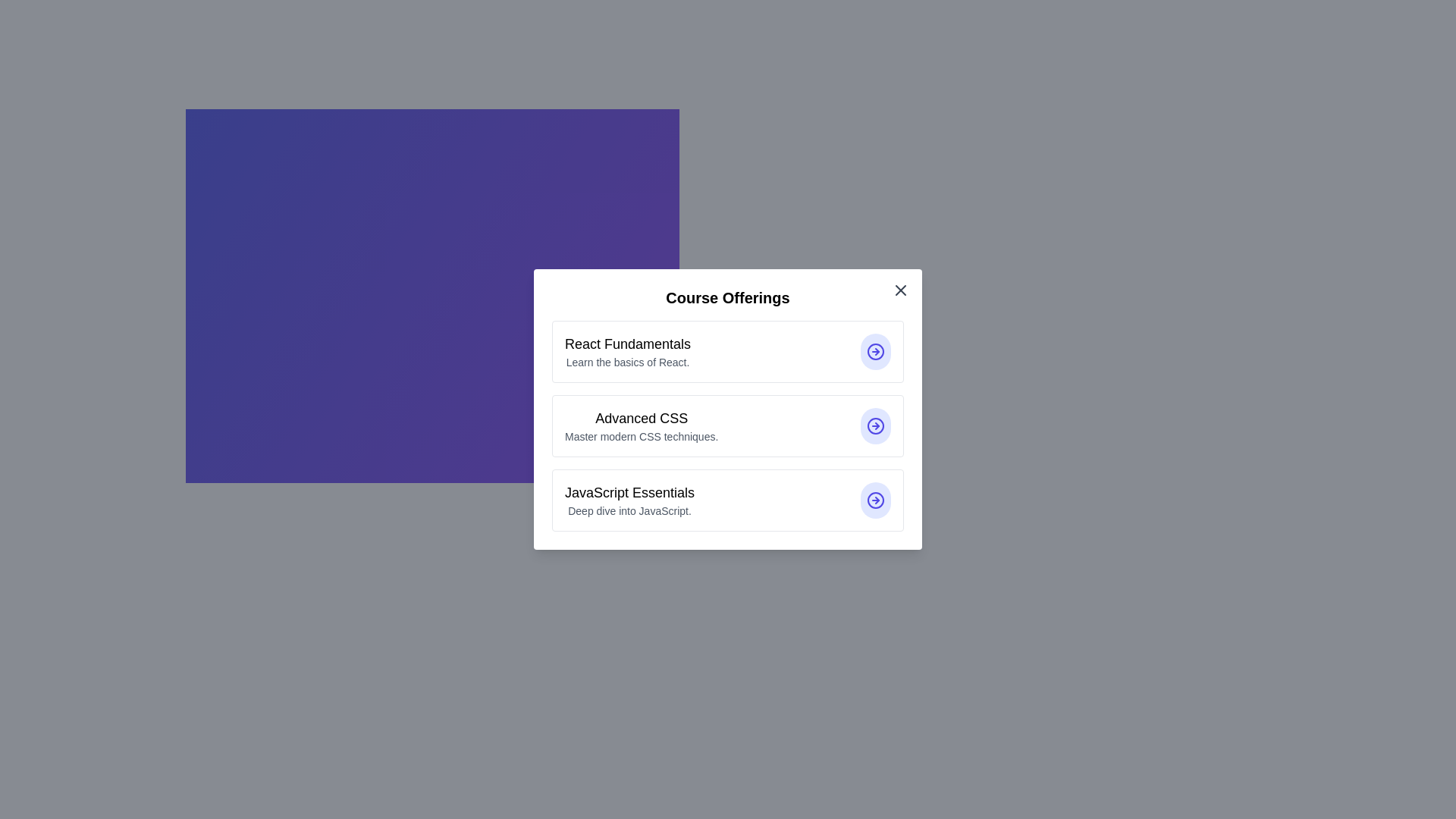 The height and width of the screenshot is (819, 1456). Describe the element at coordinates (628, 362) in the screenshot. I see `the text label that reads 'Learn the basics of React.' located beneath the heading 'React Fundamentals' in the first course offering card` at that location.